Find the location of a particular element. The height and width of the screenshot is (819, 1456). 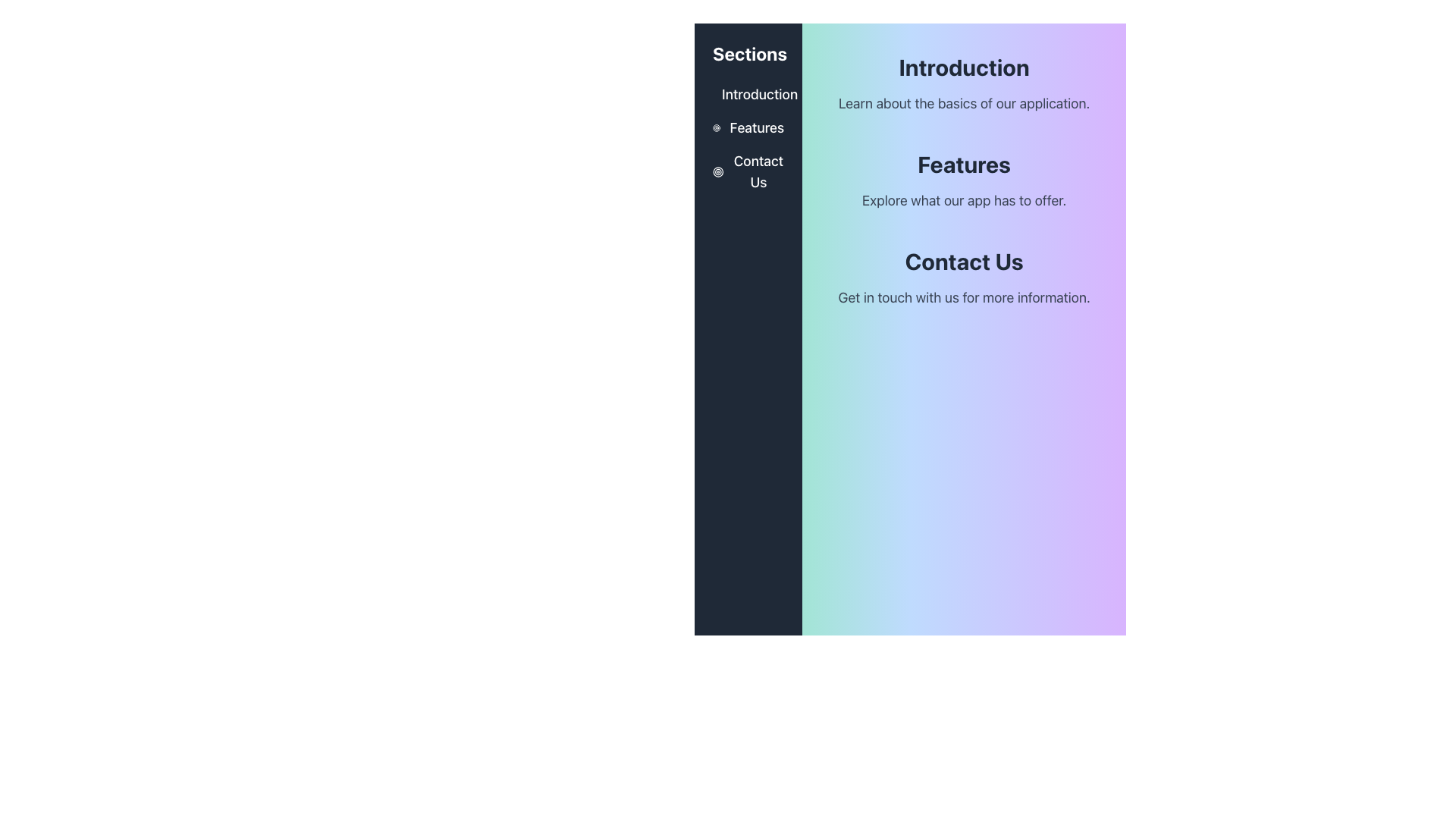

the hyperlink text labeled 'Introduction' located in the left vertical navigation menu is located at coordinates (760, 94).